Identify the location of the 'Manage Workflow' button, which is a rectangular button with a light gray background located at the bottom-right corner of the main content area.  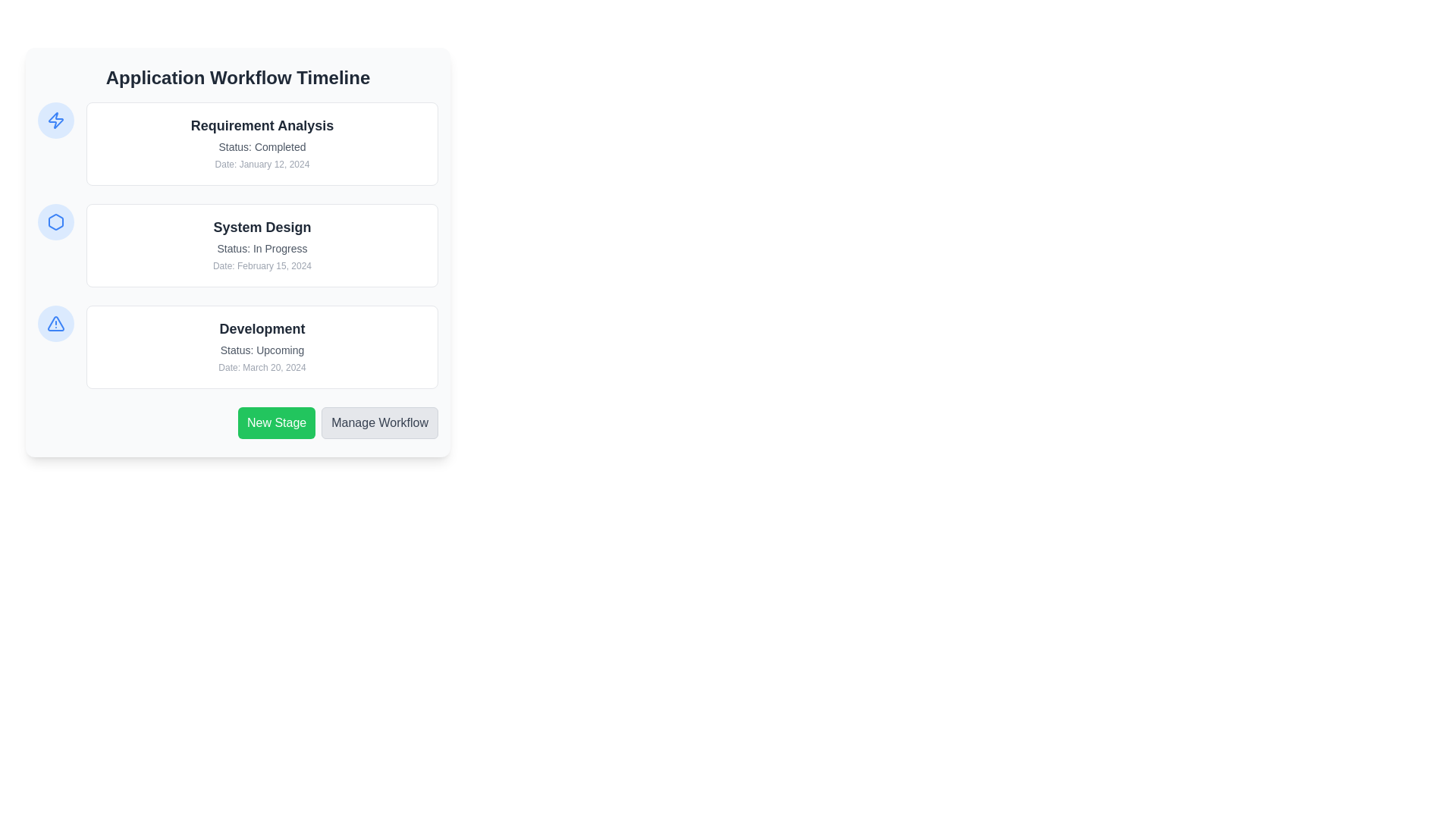
(380, 423).